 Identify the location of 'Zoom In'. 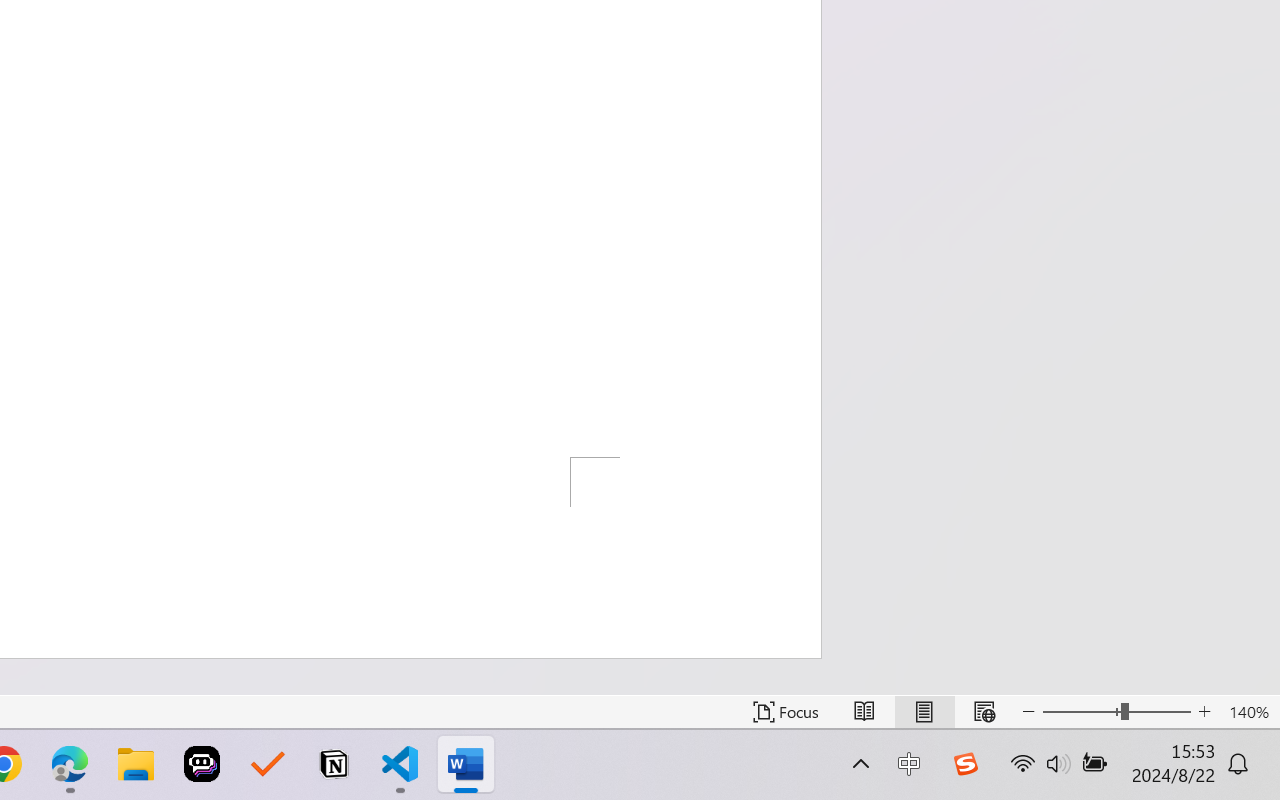
(1204, 711).